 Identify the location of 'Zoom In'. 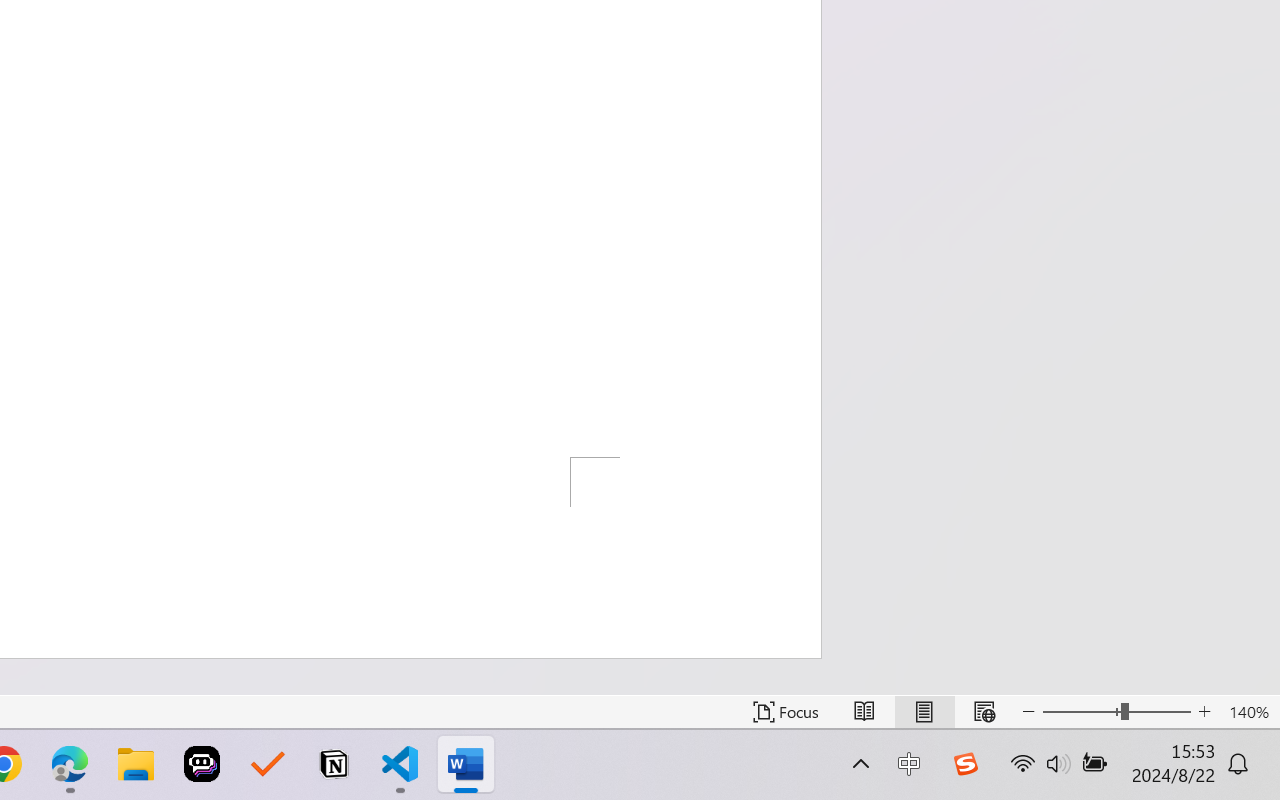
(1204, 711).